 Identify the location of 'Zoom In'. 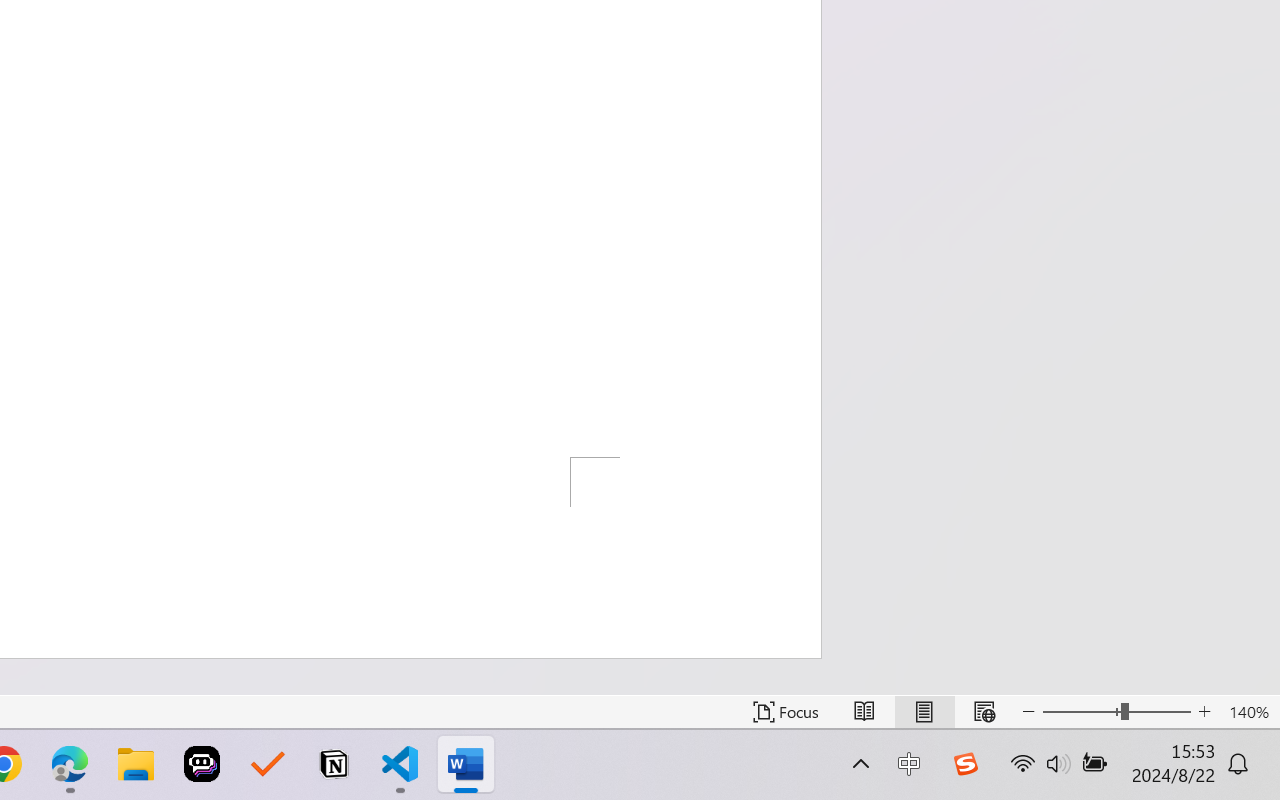
(1204, 711).